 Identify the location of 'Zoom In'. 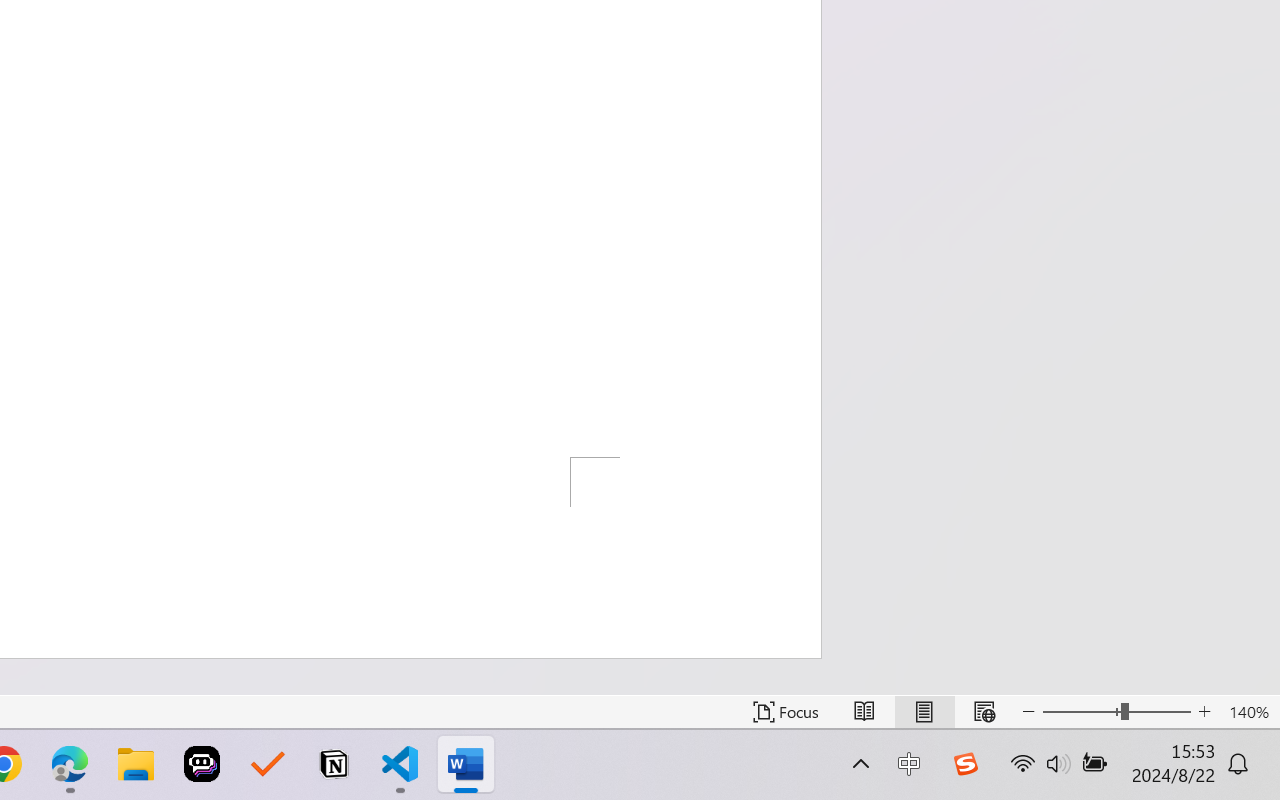
(1204, 711).